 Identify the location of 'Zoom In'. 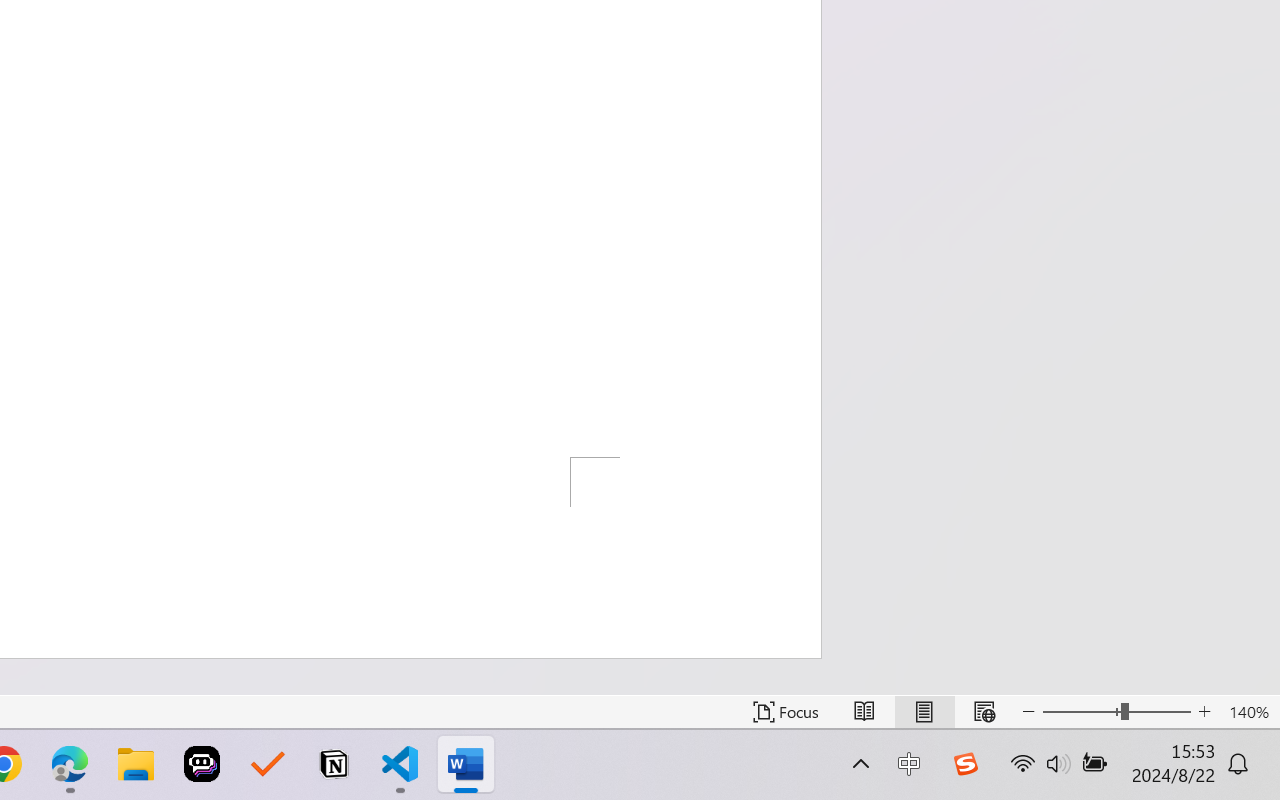
(1204, 711).